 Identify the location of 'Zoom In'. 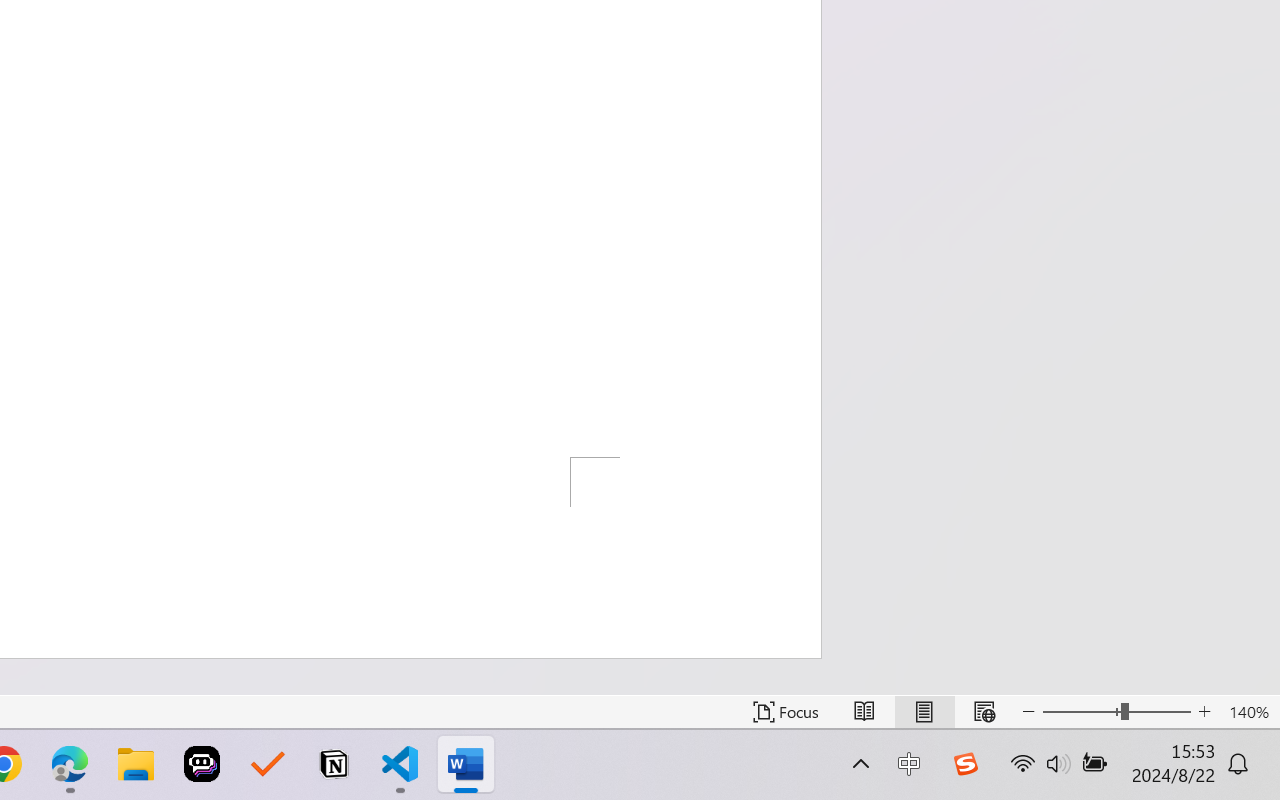
(1204, 711).